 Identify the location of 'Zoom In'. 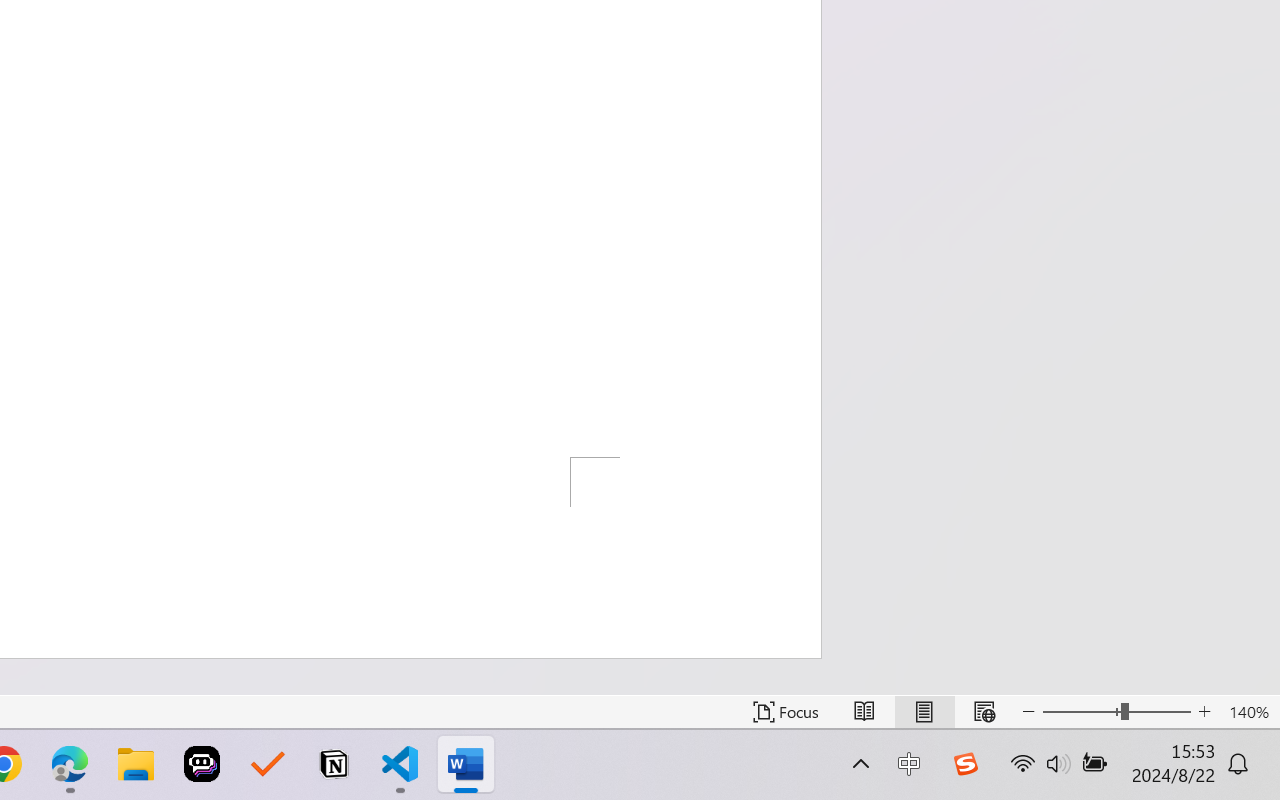
(1204, 711).